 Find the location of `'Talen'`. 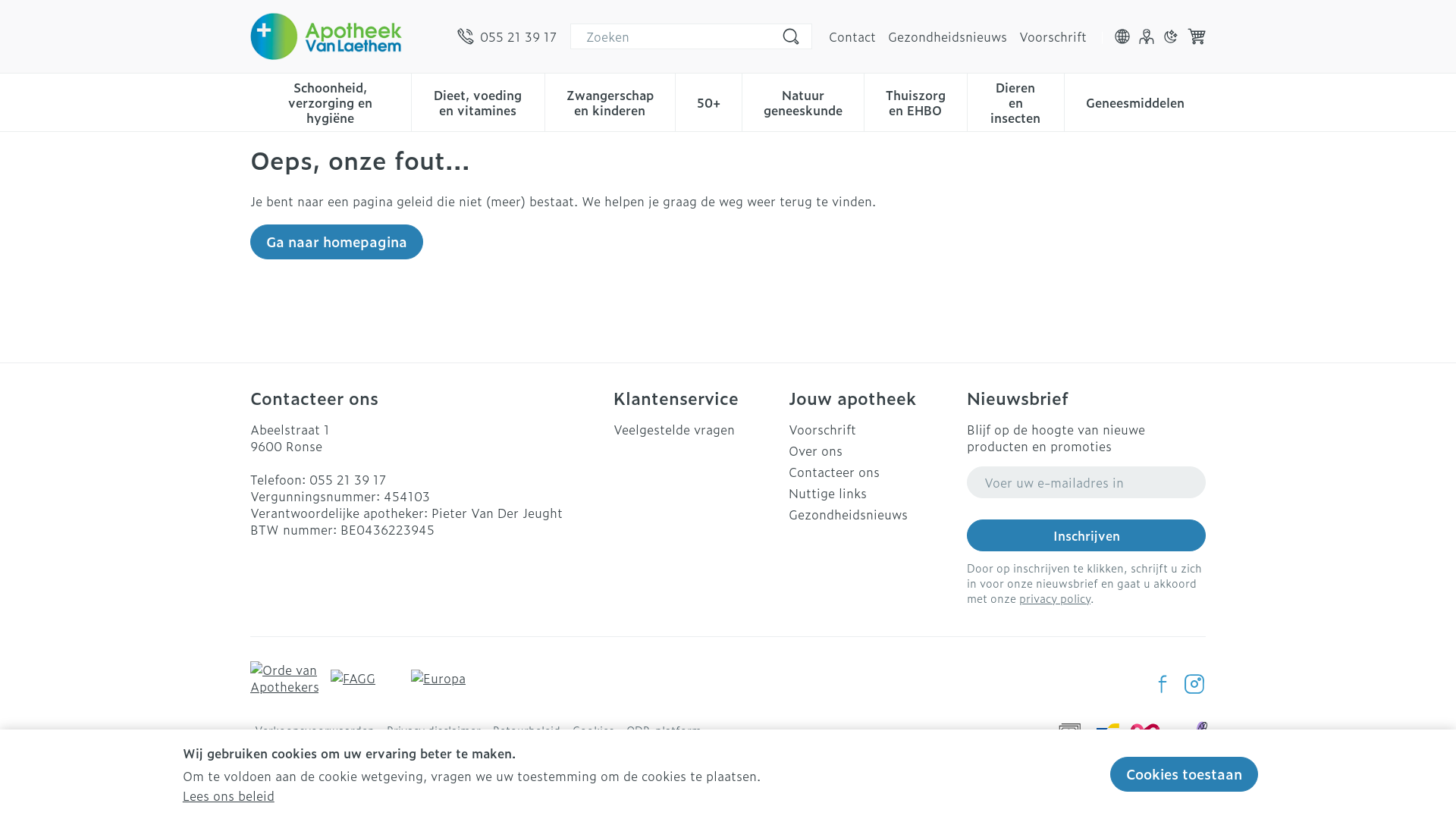

'Talen' is located at coordinates (1122, 35).